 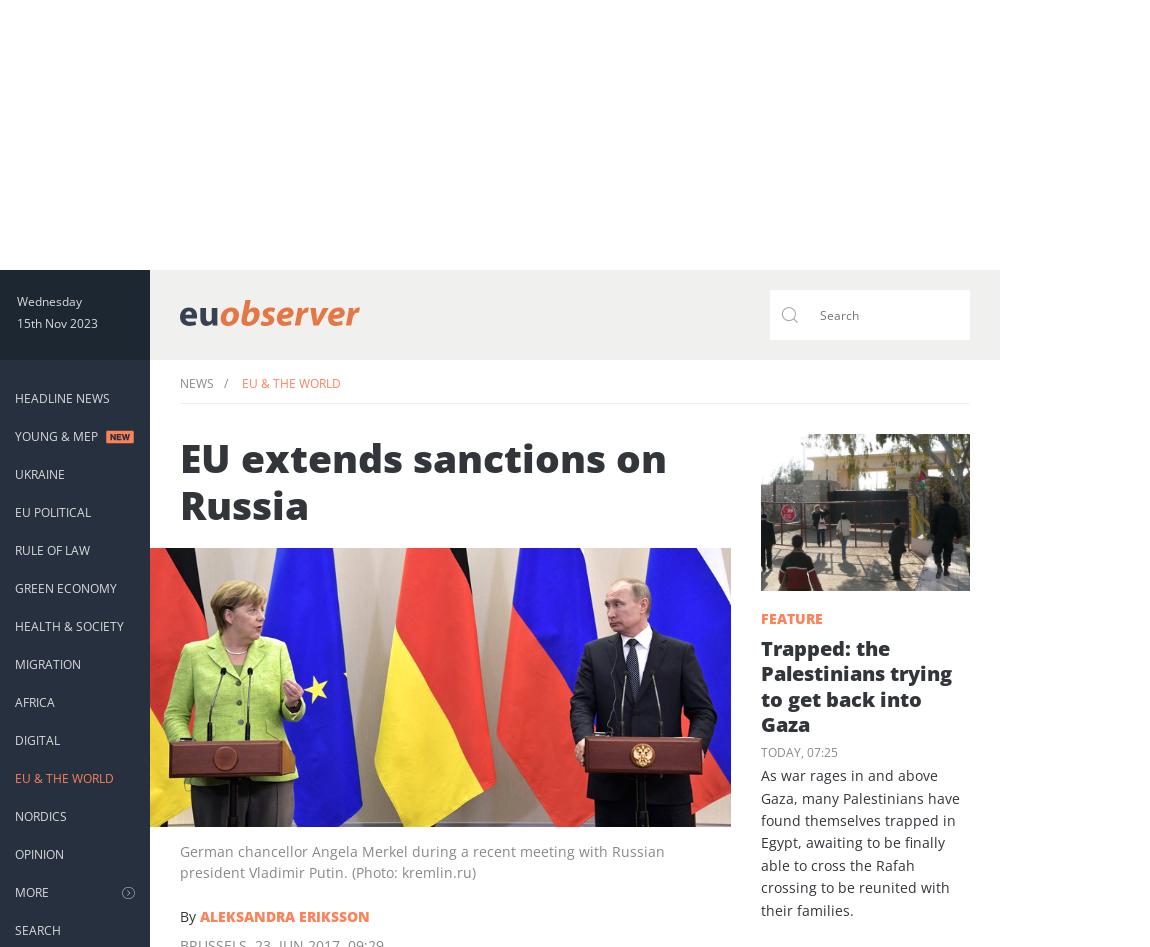 I want to click on 'Headline News', so click(x=61, y=398).